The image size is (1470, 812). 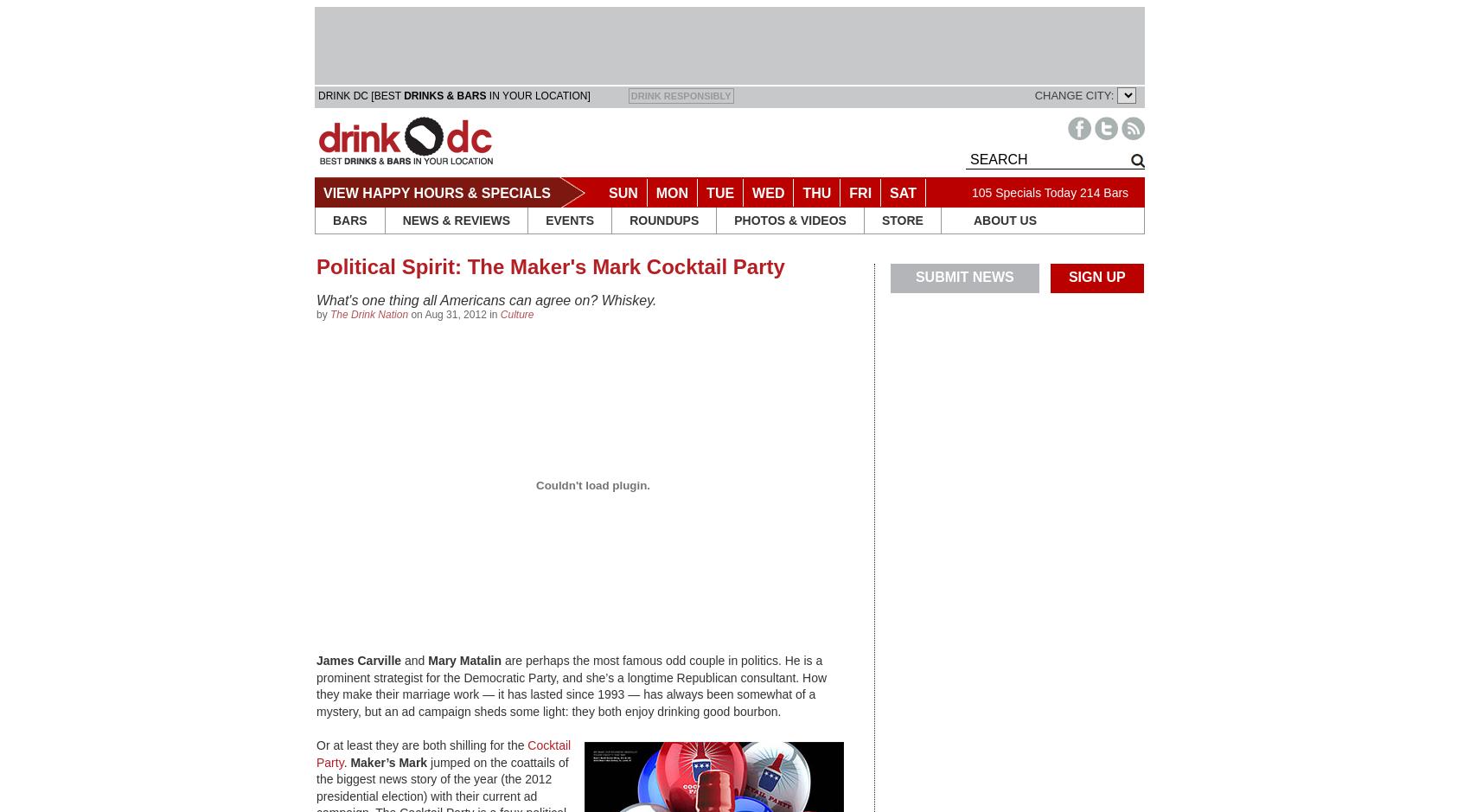 What do you see at coordinates (1075, 94) in the screenshot?
I see `'CHANGE CITY:'` at bounding box center [1075, 94].